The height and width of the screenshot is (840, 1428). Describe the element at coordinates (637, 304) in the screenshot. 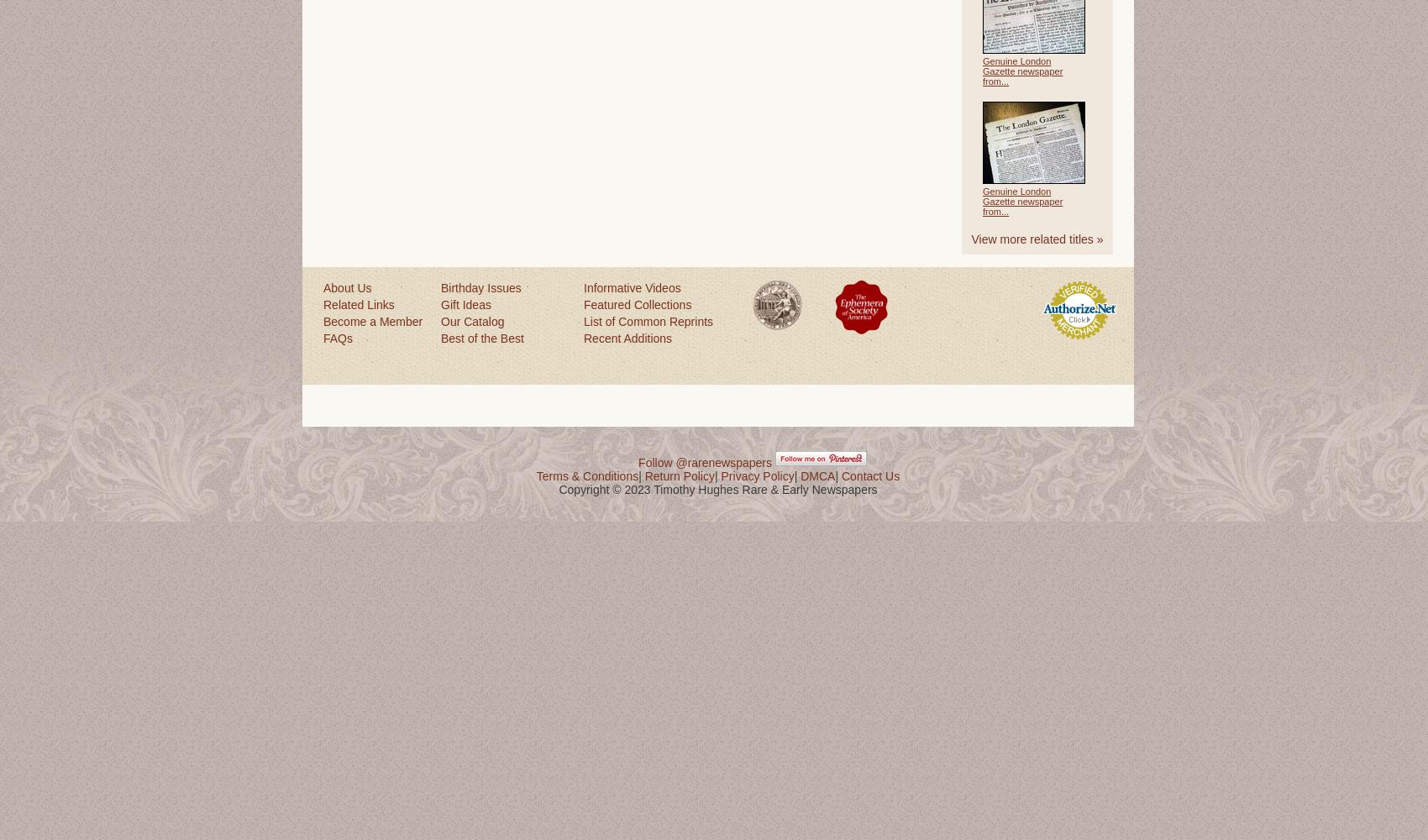

I see `'Featured Collections'` at that location.